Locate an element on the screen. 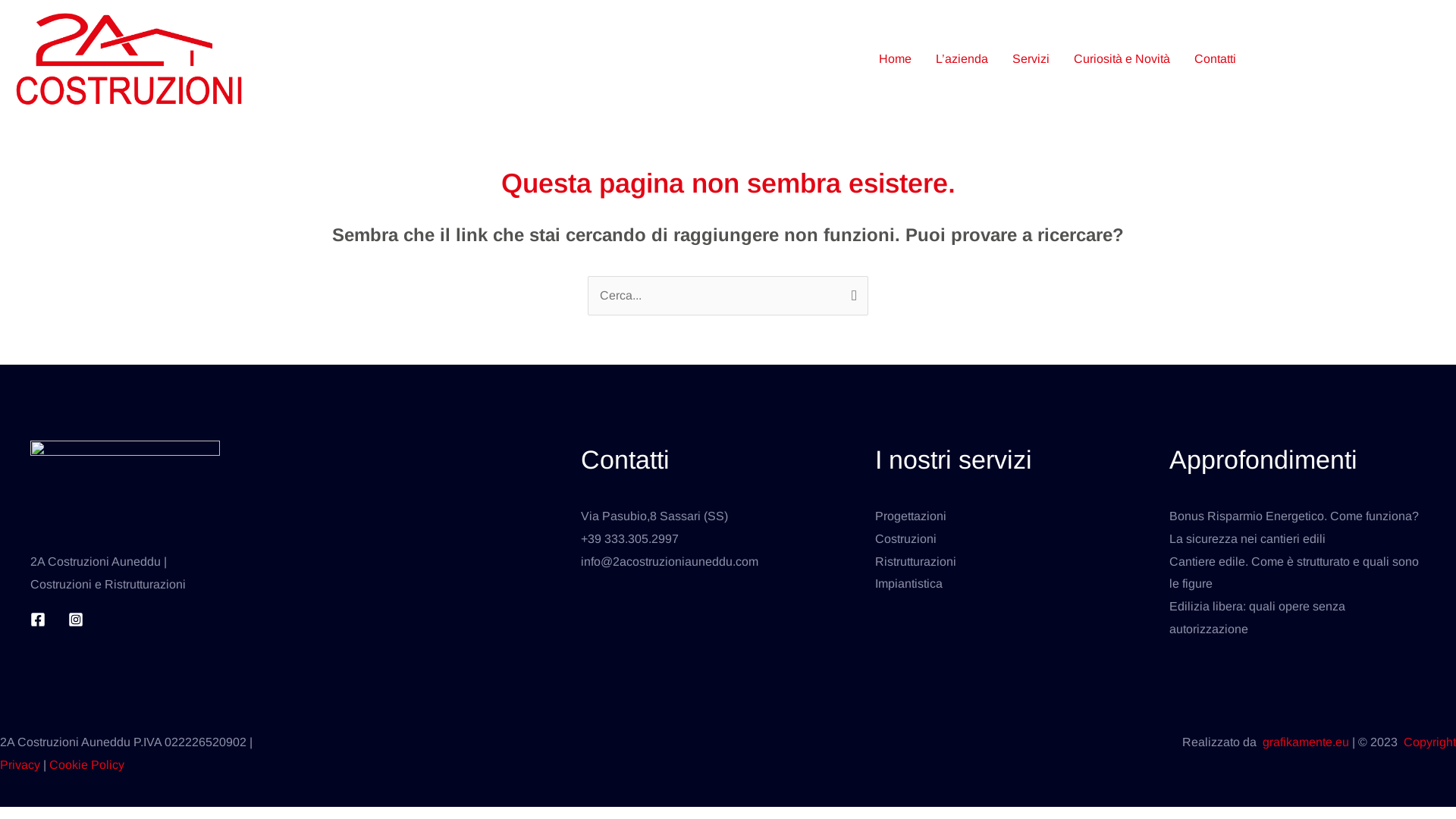 This screenshot has width=1456, height=819. 'Impiantistica' is located at coordinates (908, 582).